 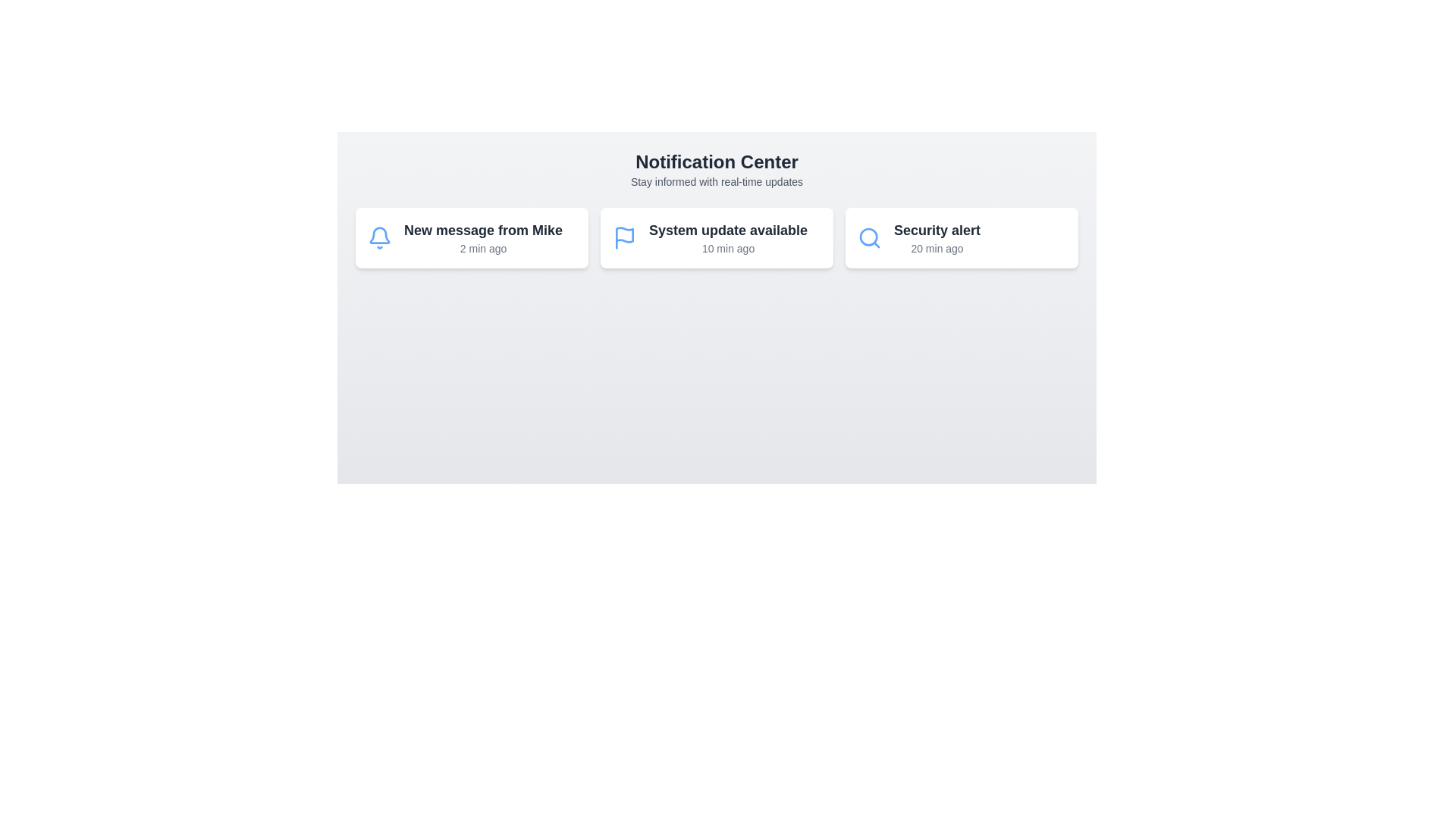 I want to click on the blue bell-shaped notification icon located on the left side of the first card in the notification center interface, next to the text 'New message from Mike' and '2 min ago', so click(x=379, y=237).